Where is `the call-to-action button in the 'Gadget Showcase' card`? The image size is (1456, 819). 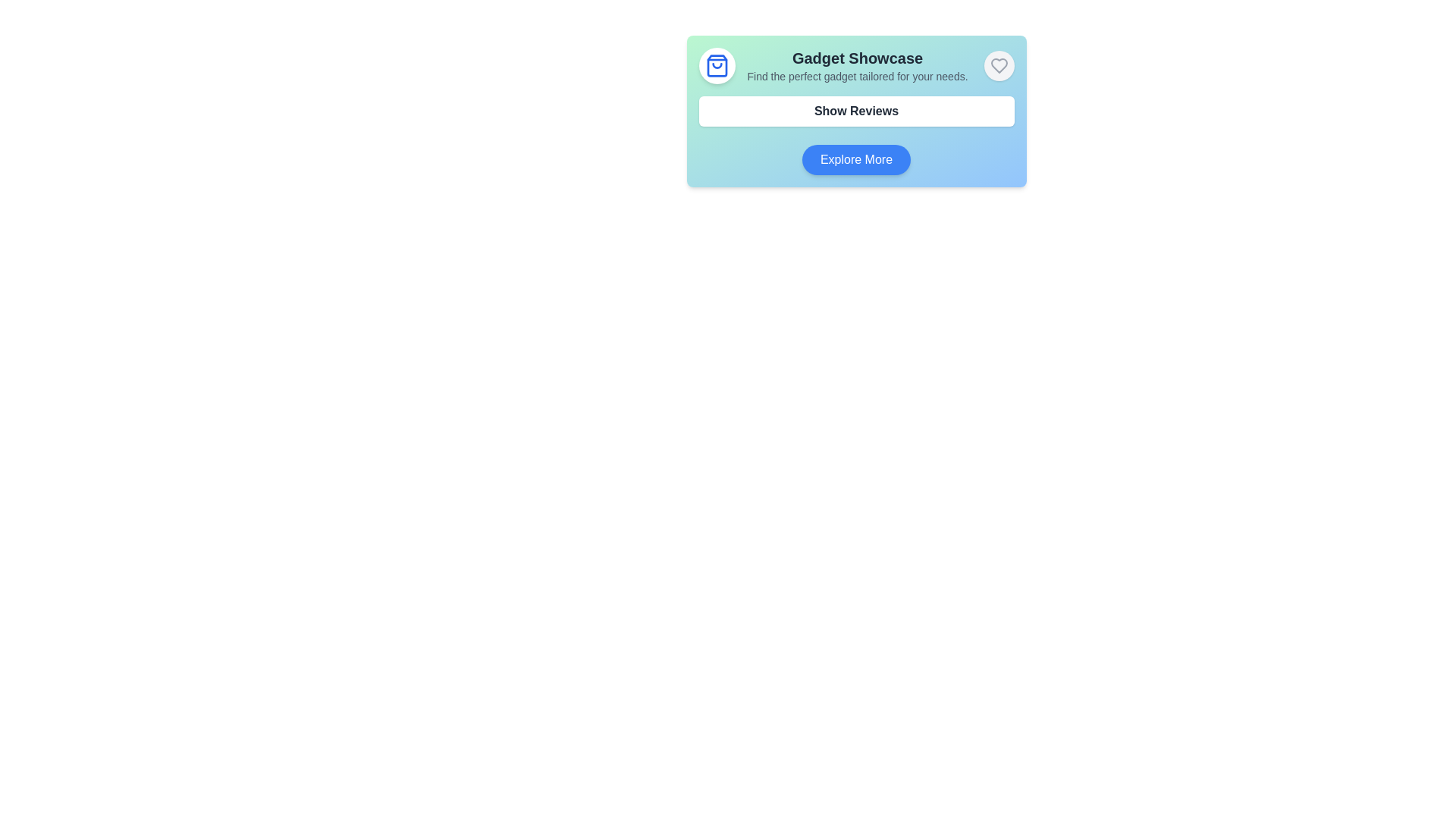 the call-to-action button in the 'Gadget Showcase' card is located at coordinates (856, 160).